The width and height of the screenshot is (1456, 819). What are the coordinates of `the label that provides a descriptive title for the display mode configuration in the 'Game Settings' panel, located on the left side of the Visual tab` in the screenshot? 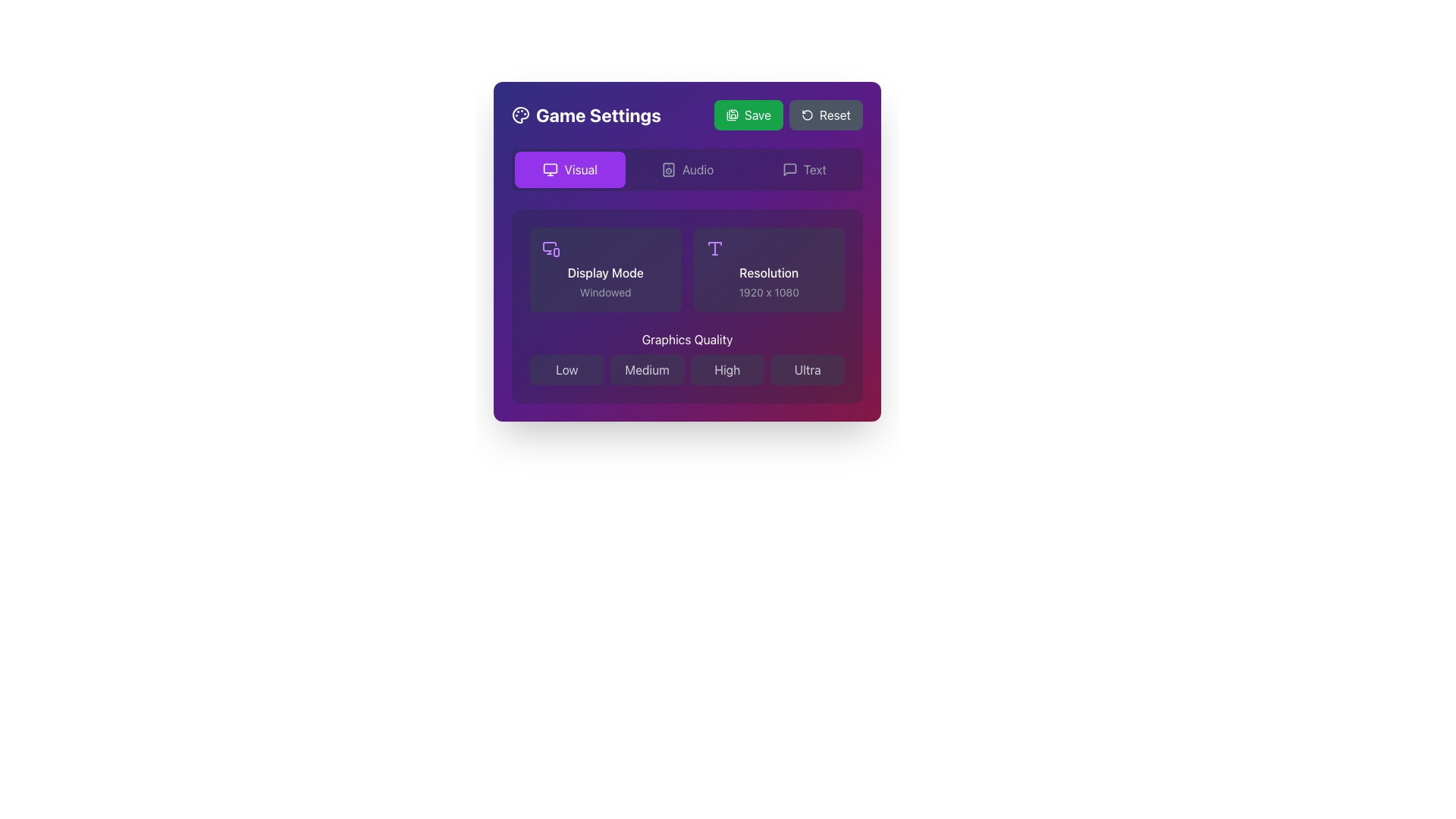 It's located at (604, 271).